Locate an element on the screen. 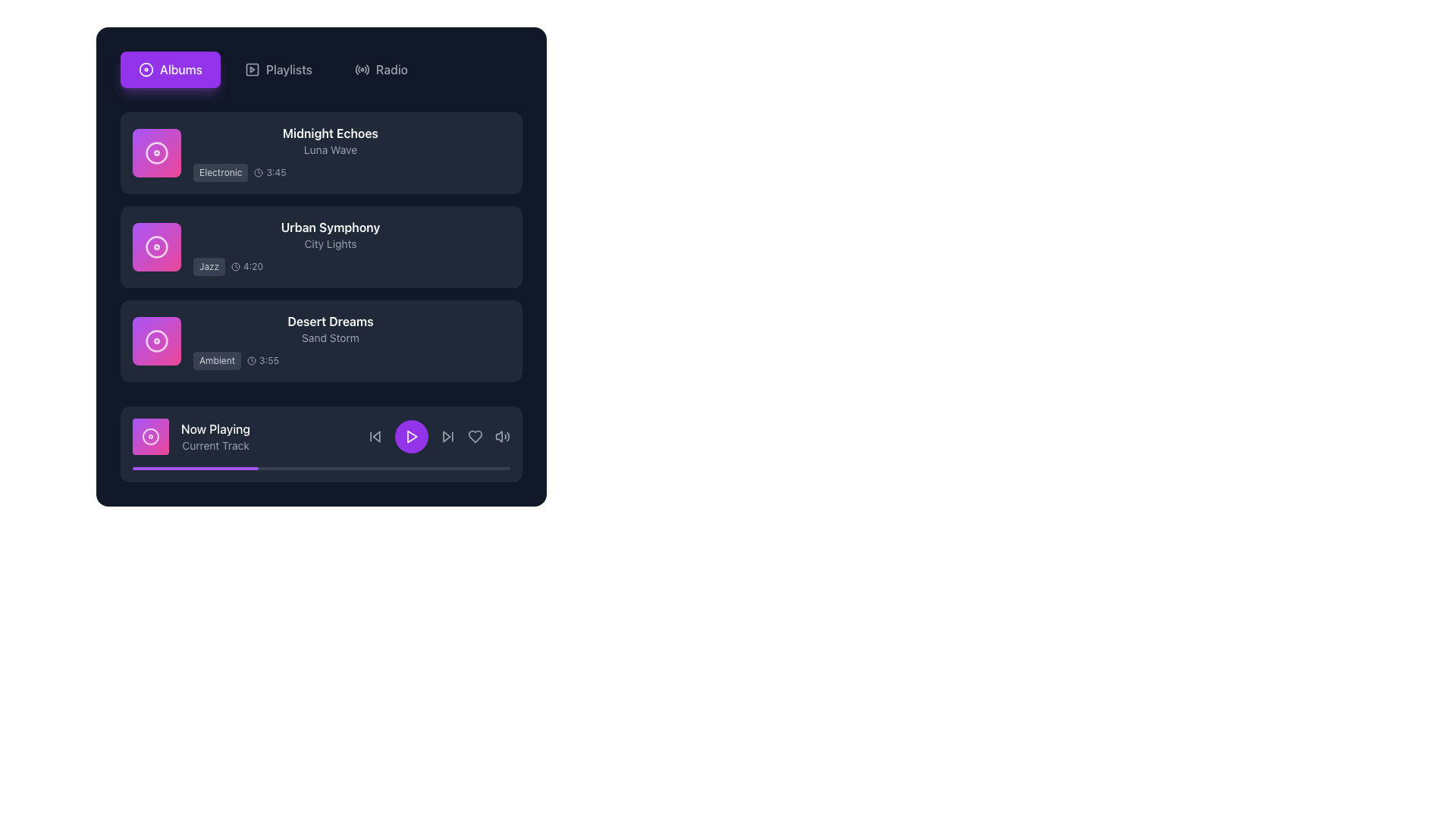 The image size is (1456, 819). the time icon located to the left of the text '3:55' in the 'Desert Dreams' entry of the metadata section is located at coordinates (252, 360).